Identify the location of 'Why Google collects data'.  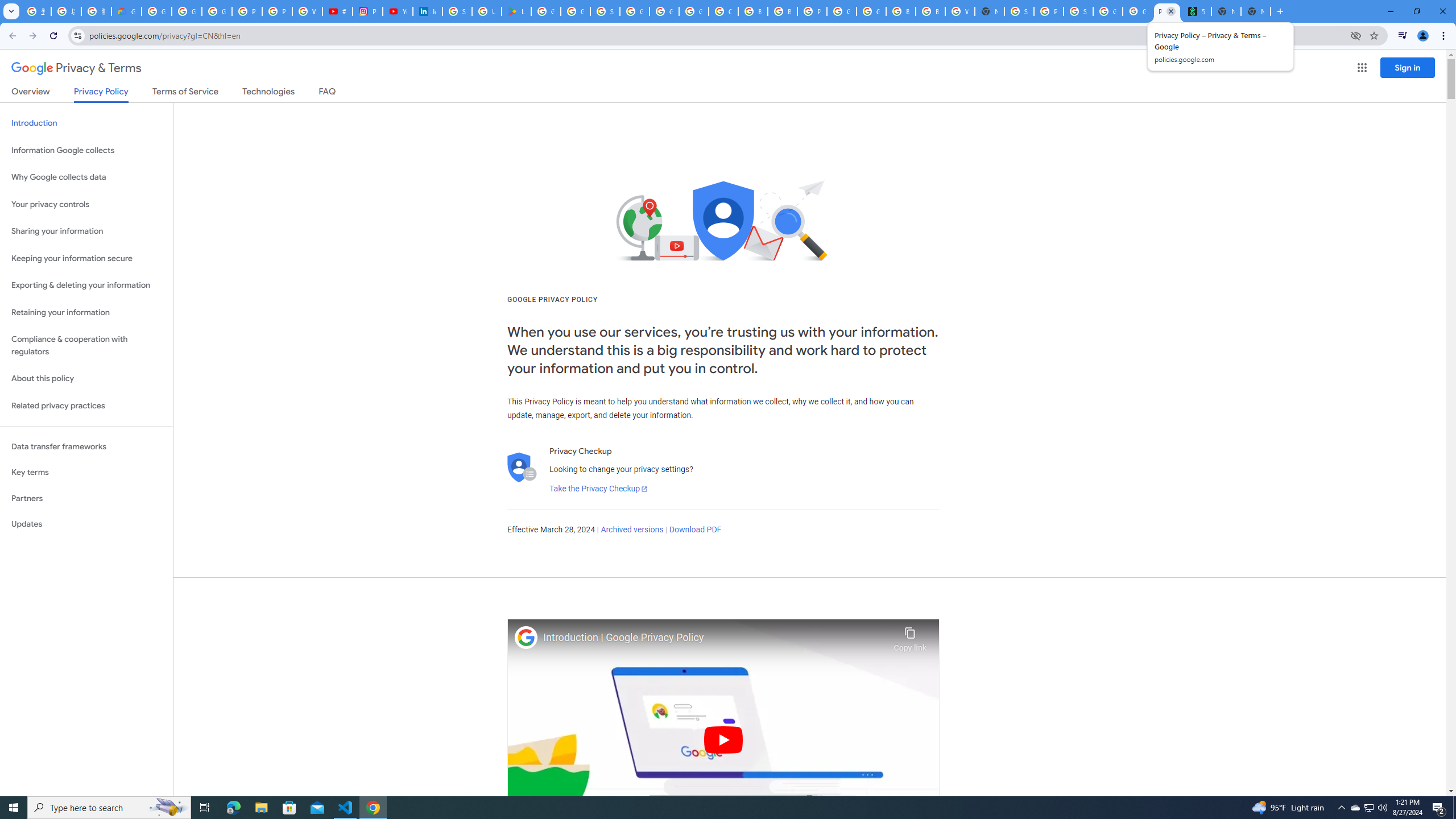
(86, 176).